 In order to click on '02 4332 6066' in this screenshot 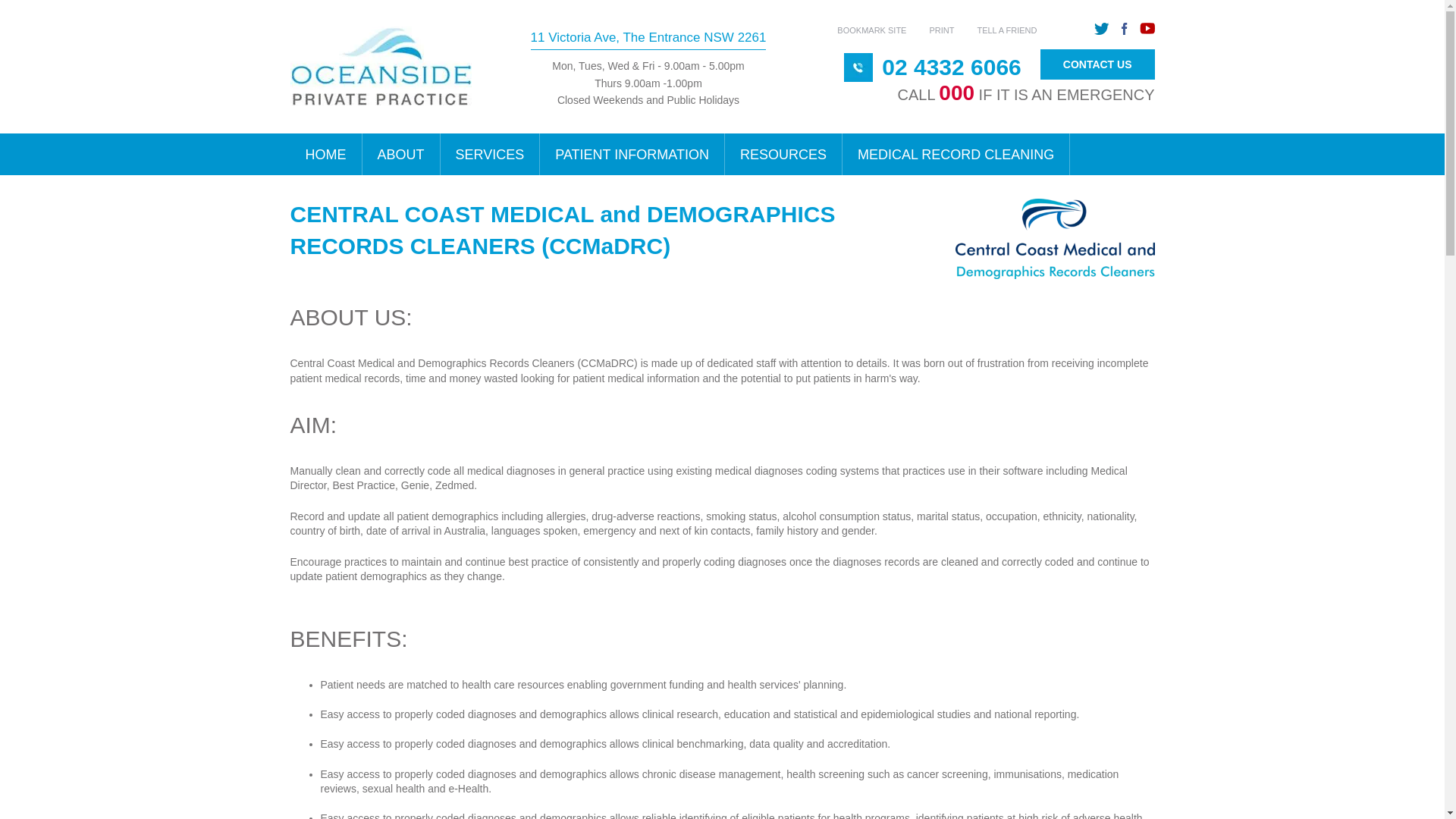, I will do `click(950, 66)`.